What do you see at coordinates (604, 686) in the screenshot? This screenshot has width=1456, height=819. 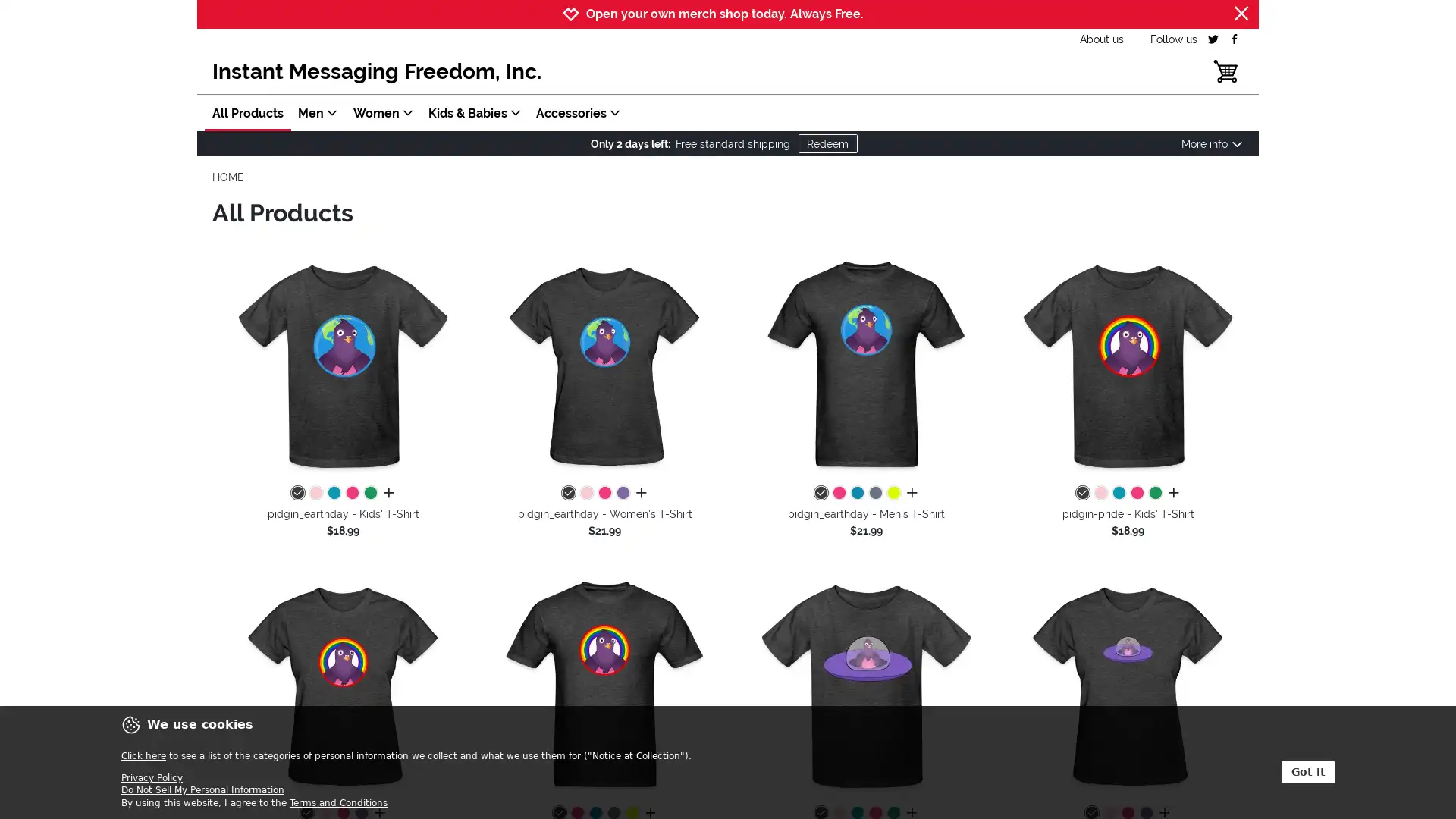 I see `pidgin-pride - Men's T-Shirt` at bounding box center [604, 686].